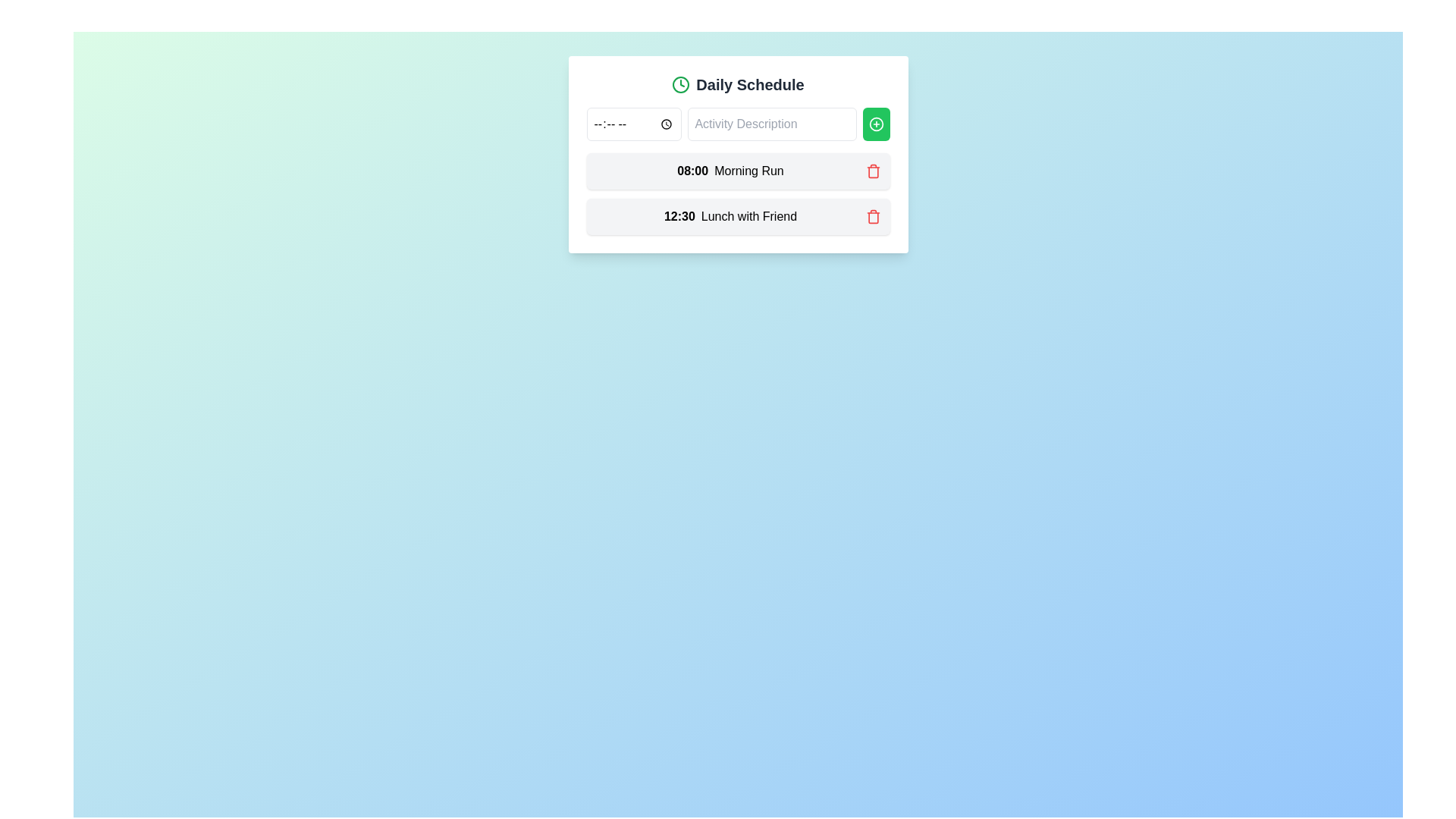  Describe the element at coordinates (680, 84) in the screenshot. I see `the clock icon, which is styled with a circular outline and clock hands, positioned to the left of the 'Daily Schedule' text` at that location.